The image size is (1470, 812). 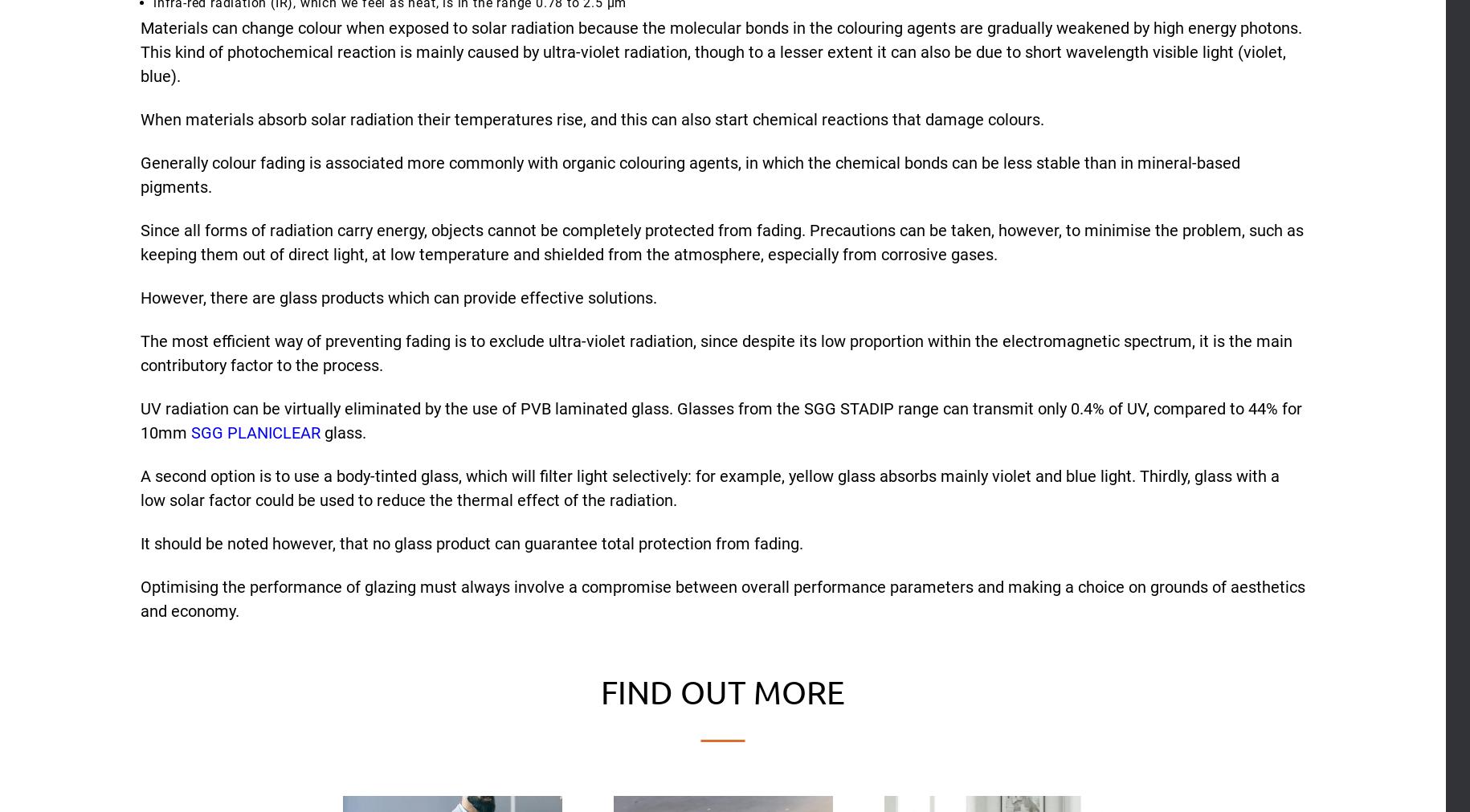 What do you see at coordinates (722, 598) in the screenshot?
I see `'Optimising the performance of glazing must always involve a compromise between overall performance parameters and making a choice on grounds of aesthetics and economy.'` at bounding box center [722, 598].